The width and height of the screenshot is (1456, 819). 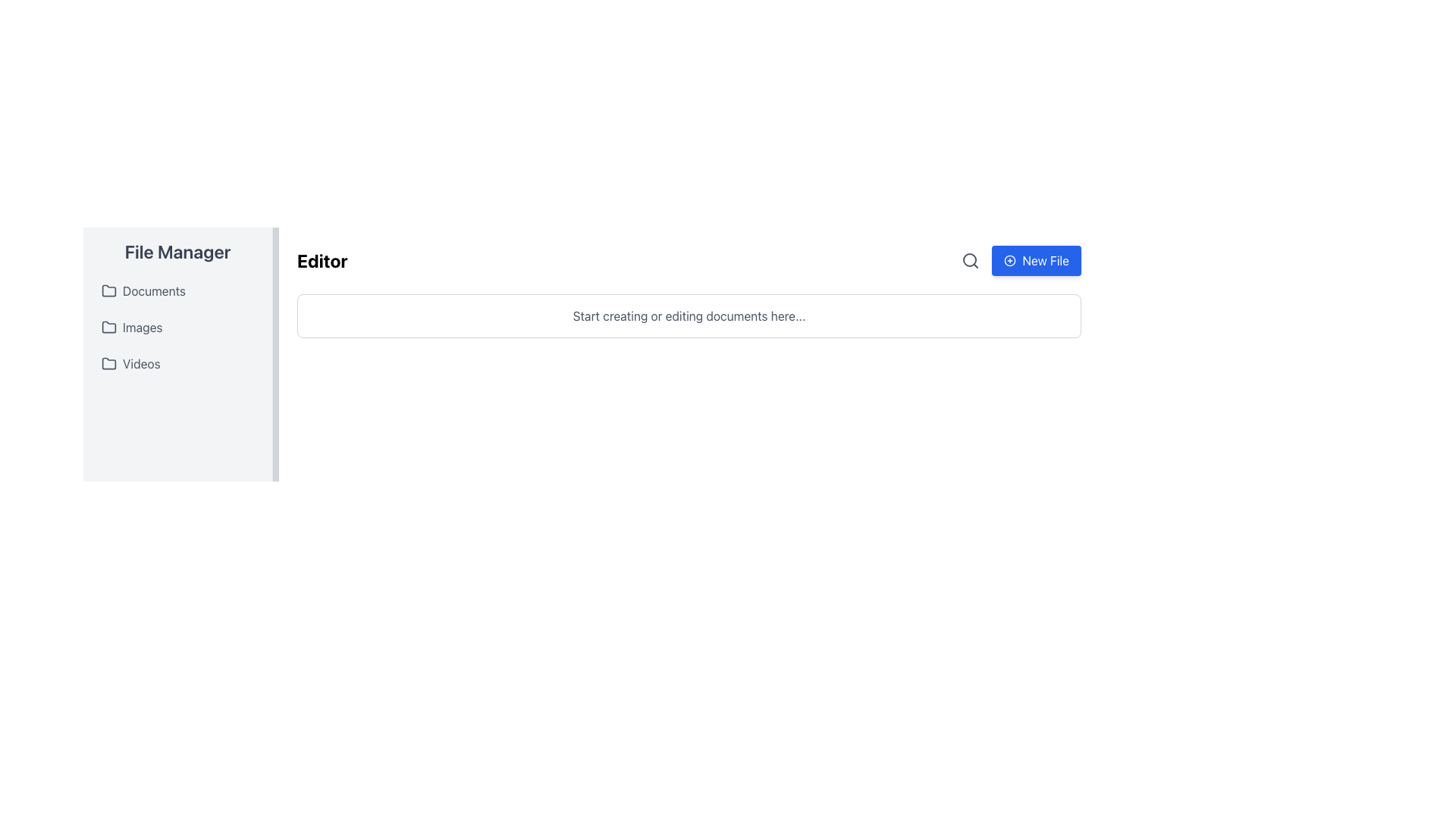 What do you see at coordinates (688, 315) in the screenshot?
I see `the Text Block located below the header area containing 'Editor' and 'New File', which serves as a prompt for document creation or editing` at bounding box center [688, 315].